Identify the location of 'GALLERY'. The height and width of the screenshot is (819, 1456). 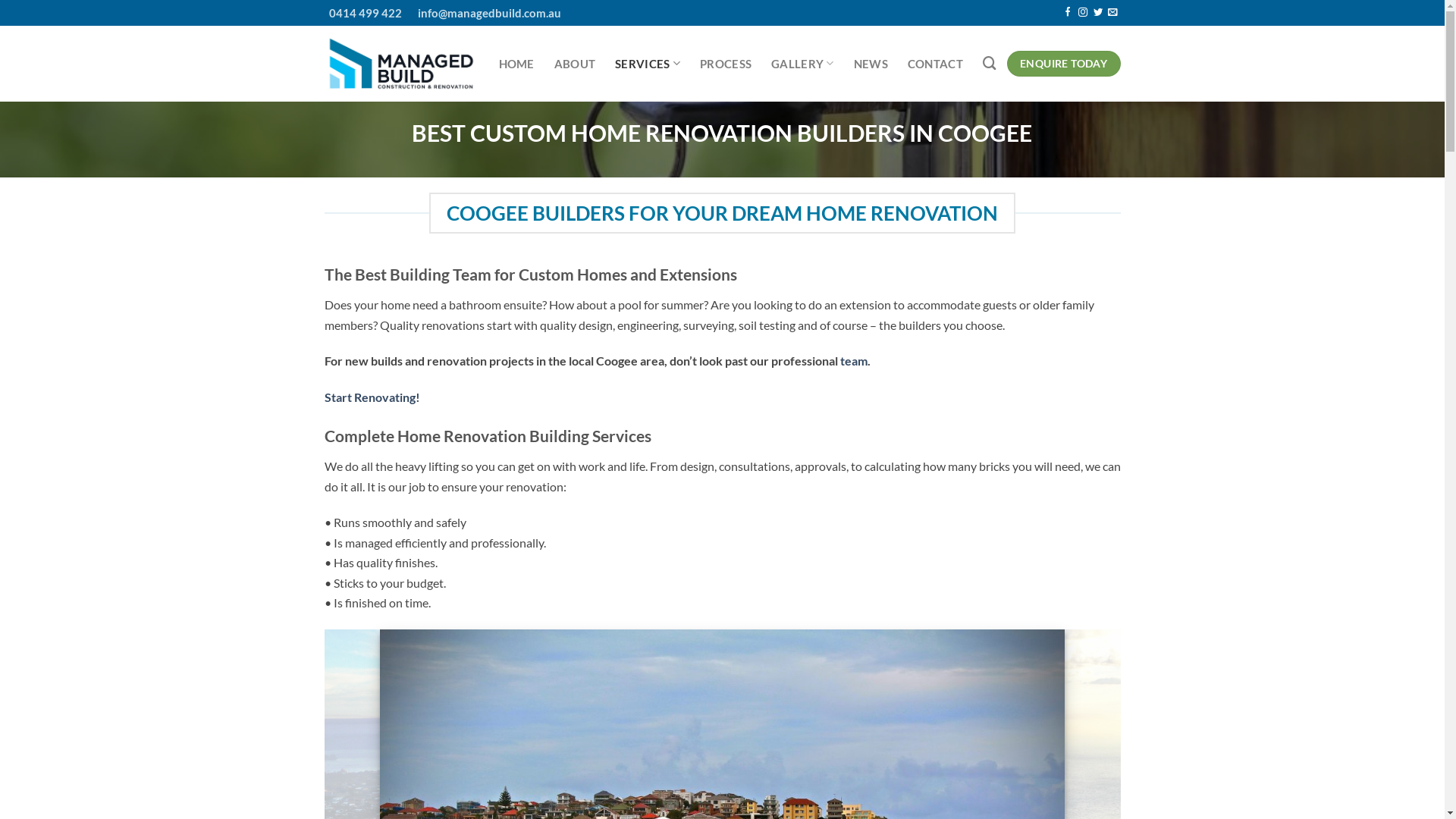
(802, 62).